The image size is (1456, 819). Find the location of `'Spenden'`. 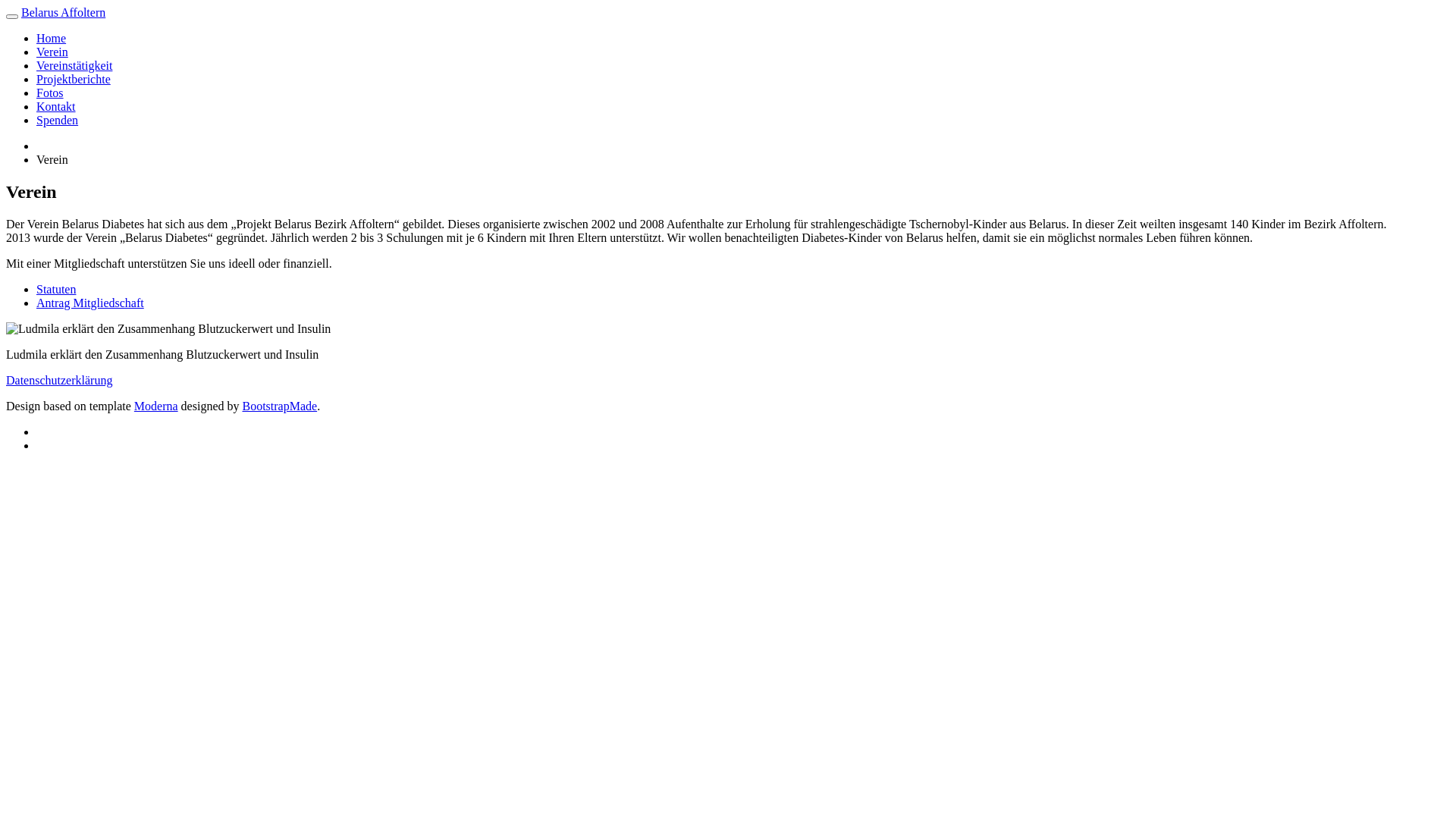

'Spenden' is located at coordinates (36, 119).